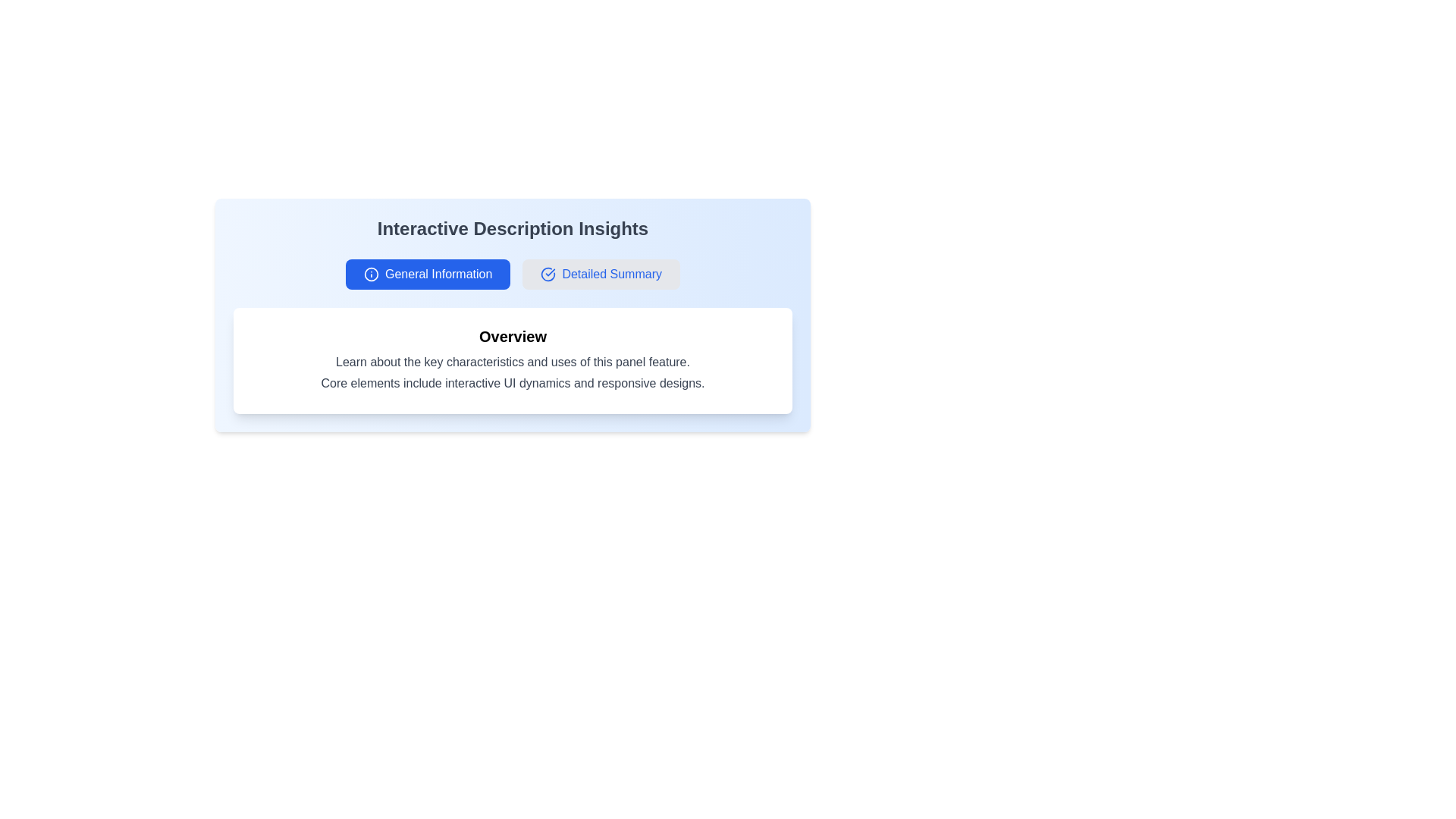 This screenshot has height=819, width=1456. Describe the element at coordinates (371, 275) in the screenshot. I see `the 'i' icon within the General Information button, which is circular with a white 'i' symbol on a blue background` at that location.